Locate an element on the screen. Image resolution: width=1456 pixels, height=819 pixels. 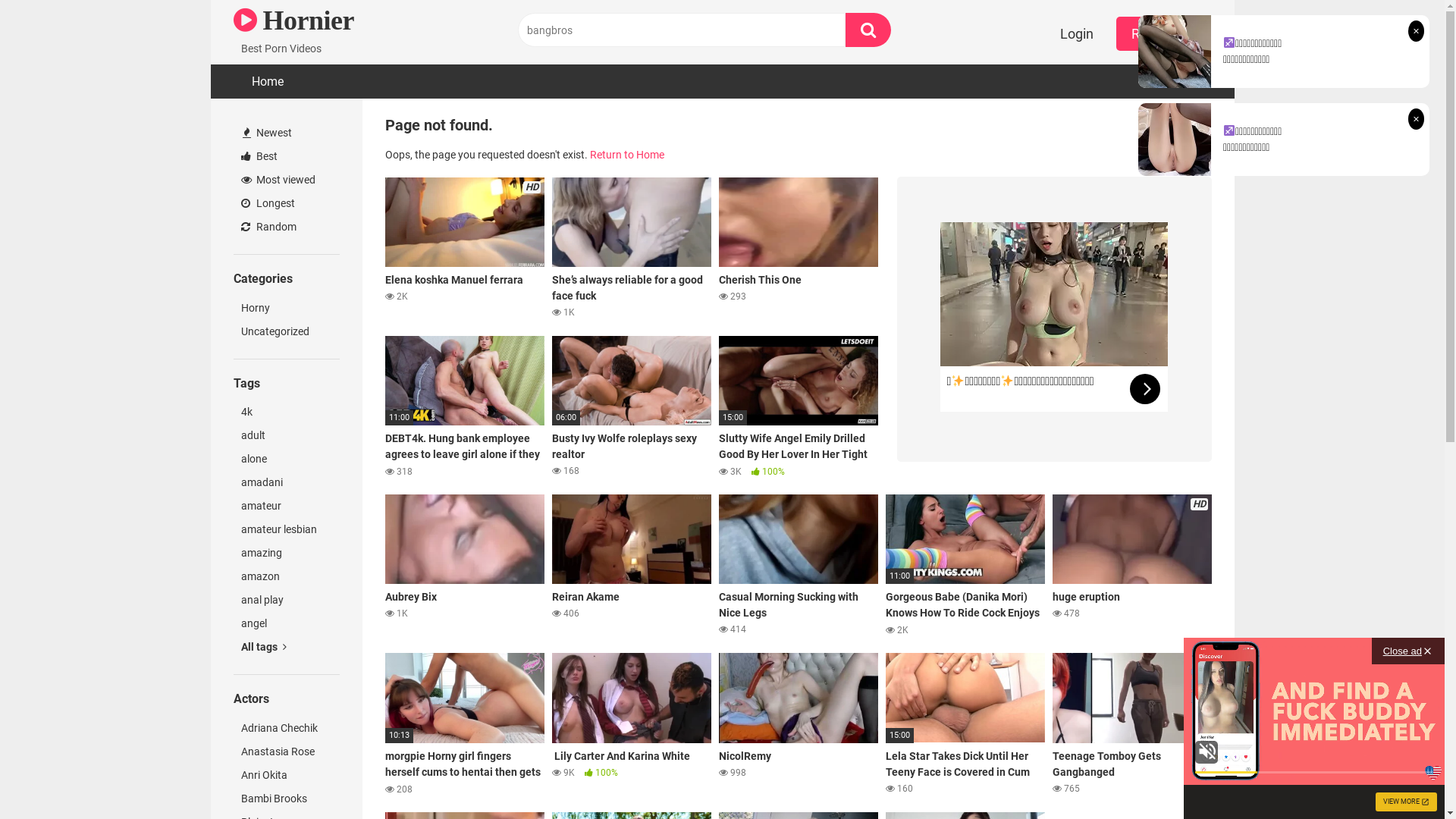
'Bambi Brooks' is located at coordinates (287, 798).